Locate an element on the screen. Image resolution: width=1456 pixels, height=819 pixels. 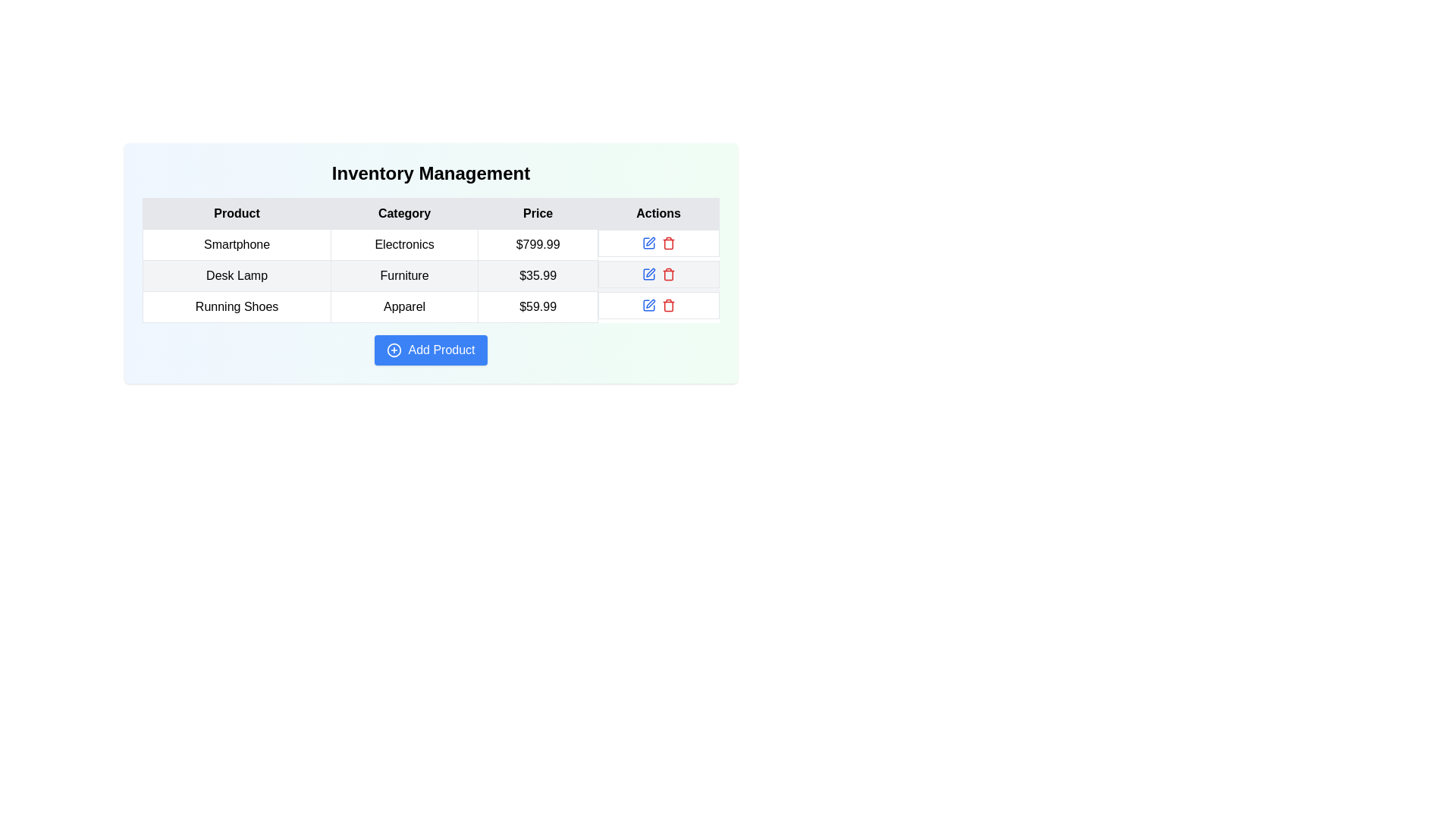
the edit icon button in the 'Actions' column of the second row associated with the 'Desk Lamp' entry to initiate the edit process is located at coordinates (651, 271).